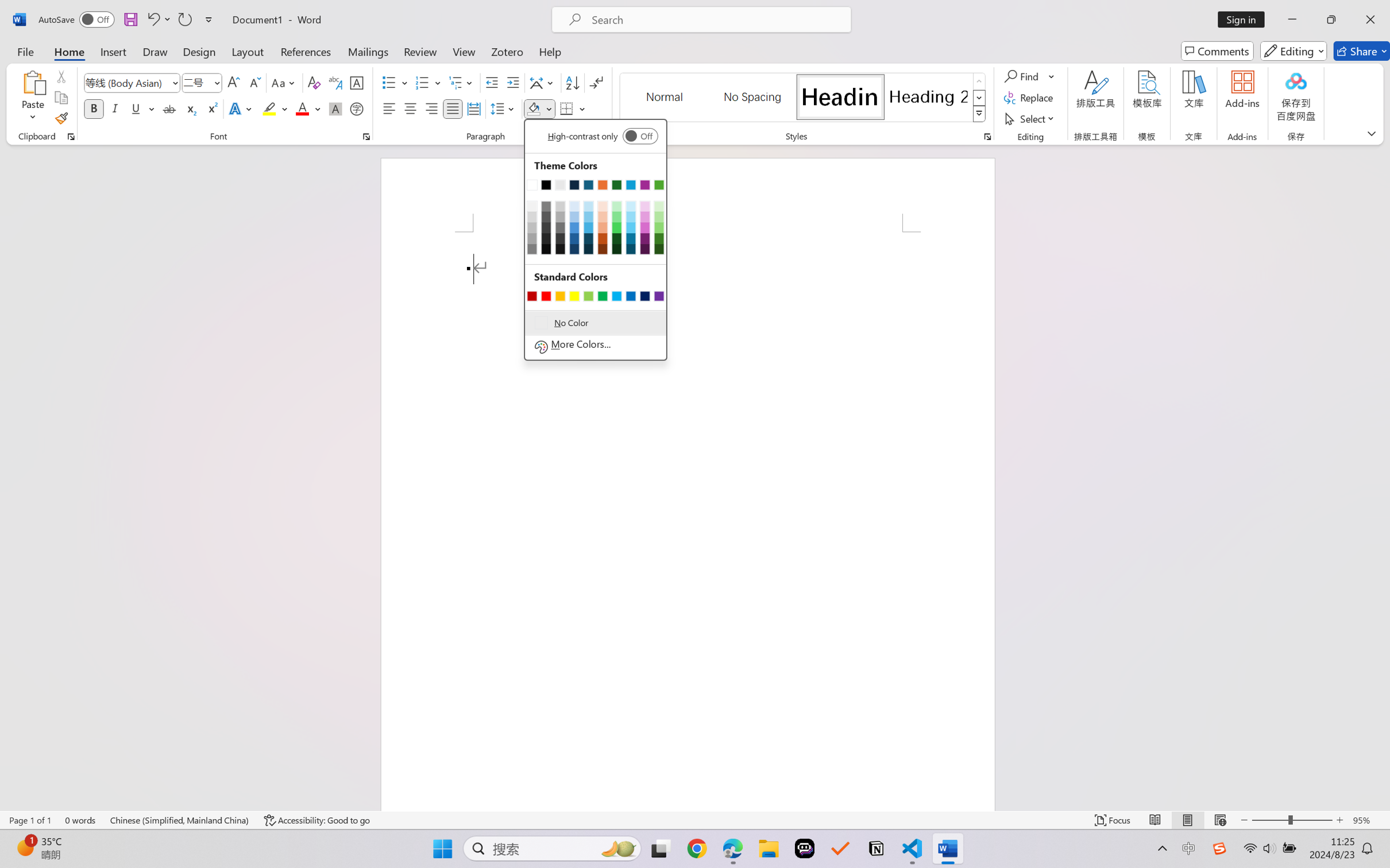 The image size is (1390, 868). Describe the element at coordinates (184, 19) in the screenshot. I see `'Repeat Style'` at that location.